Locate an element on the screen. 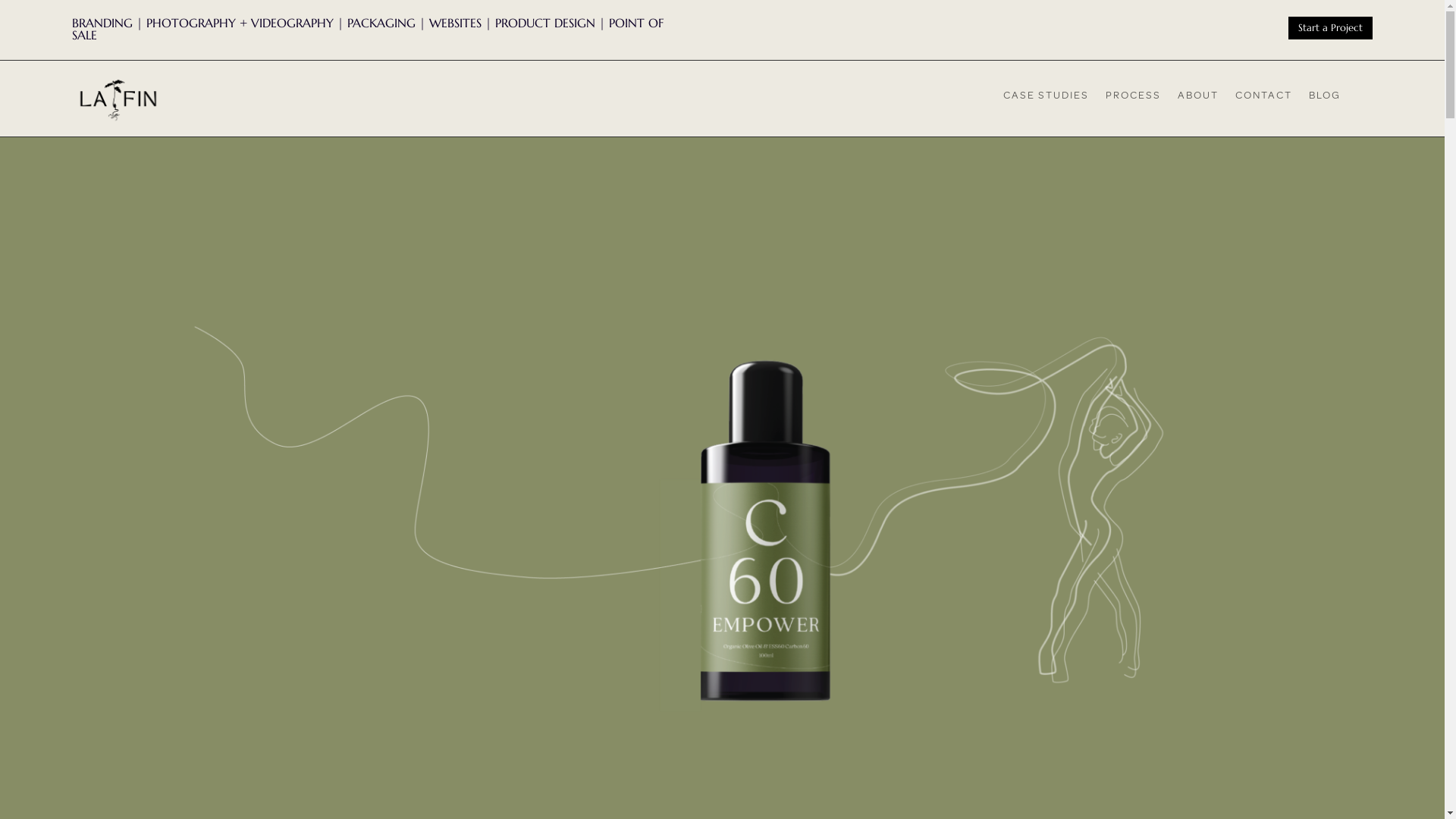 This screenshot has height=819, width=1456. 'CASE STUDIES' is located at coordinates (1045, 99).